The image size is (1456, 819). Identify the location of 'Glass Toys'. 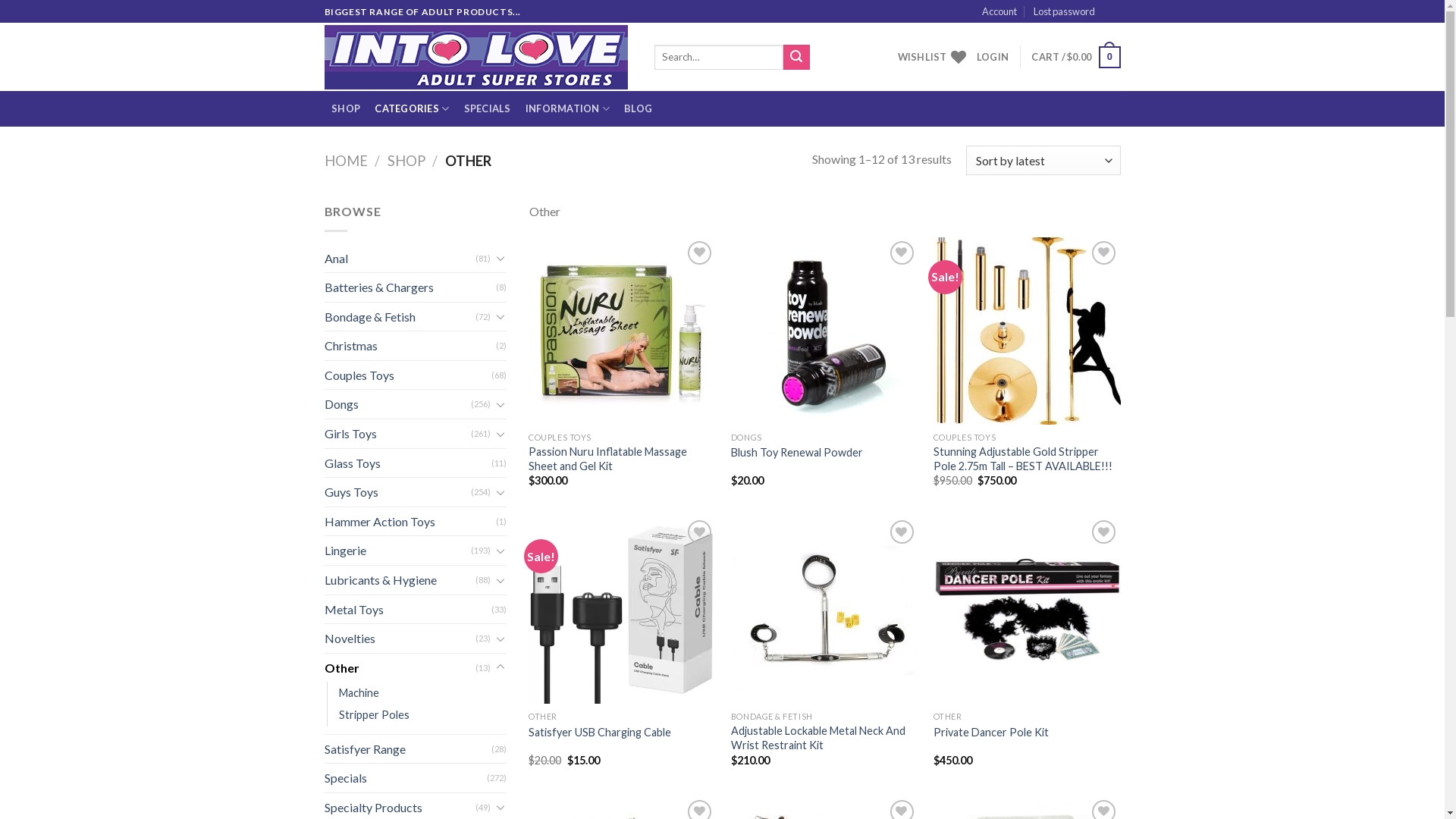
(407, 462).